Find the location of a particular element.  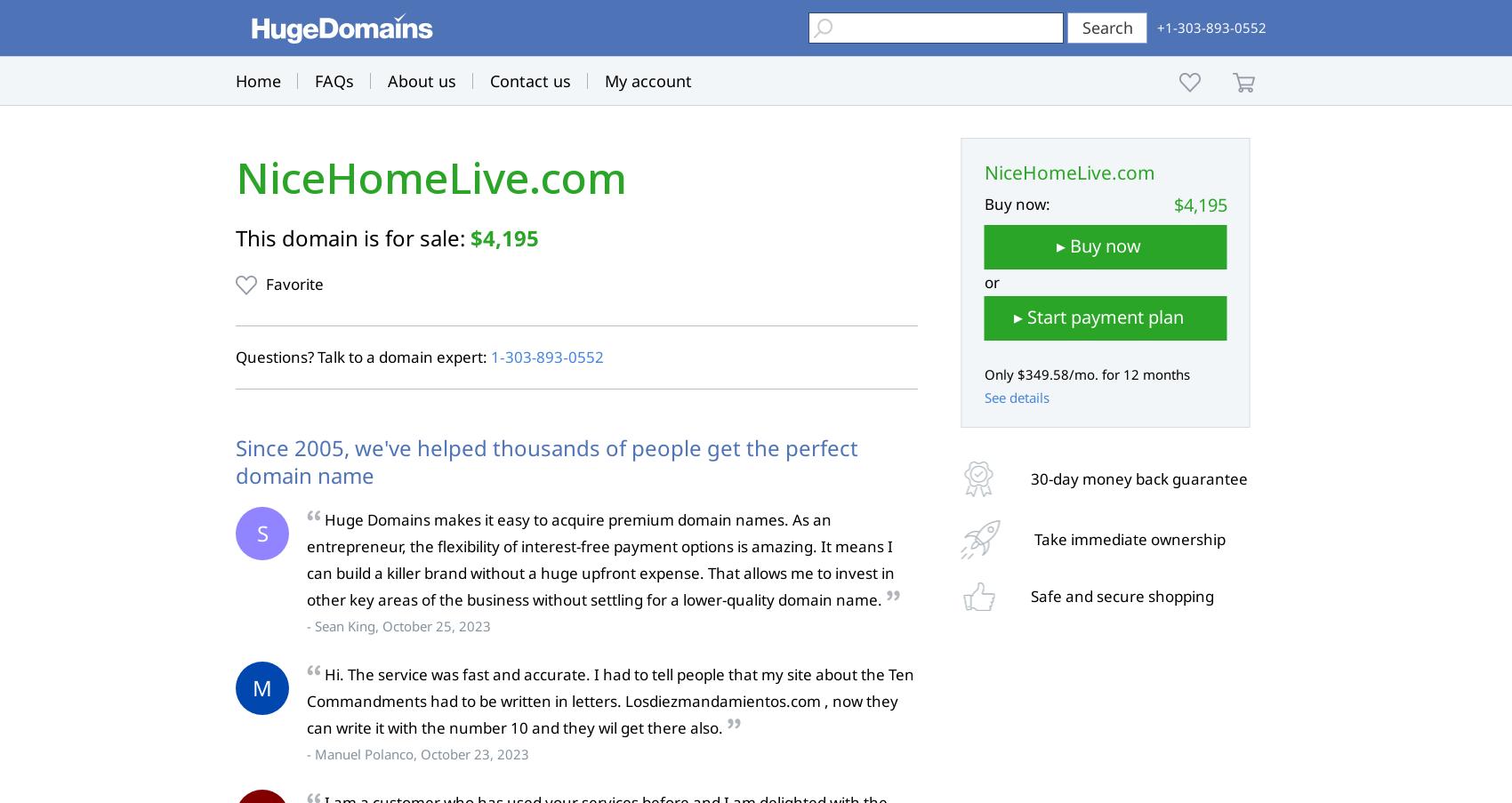

'$4,195' is located at coordinates (503, 237).